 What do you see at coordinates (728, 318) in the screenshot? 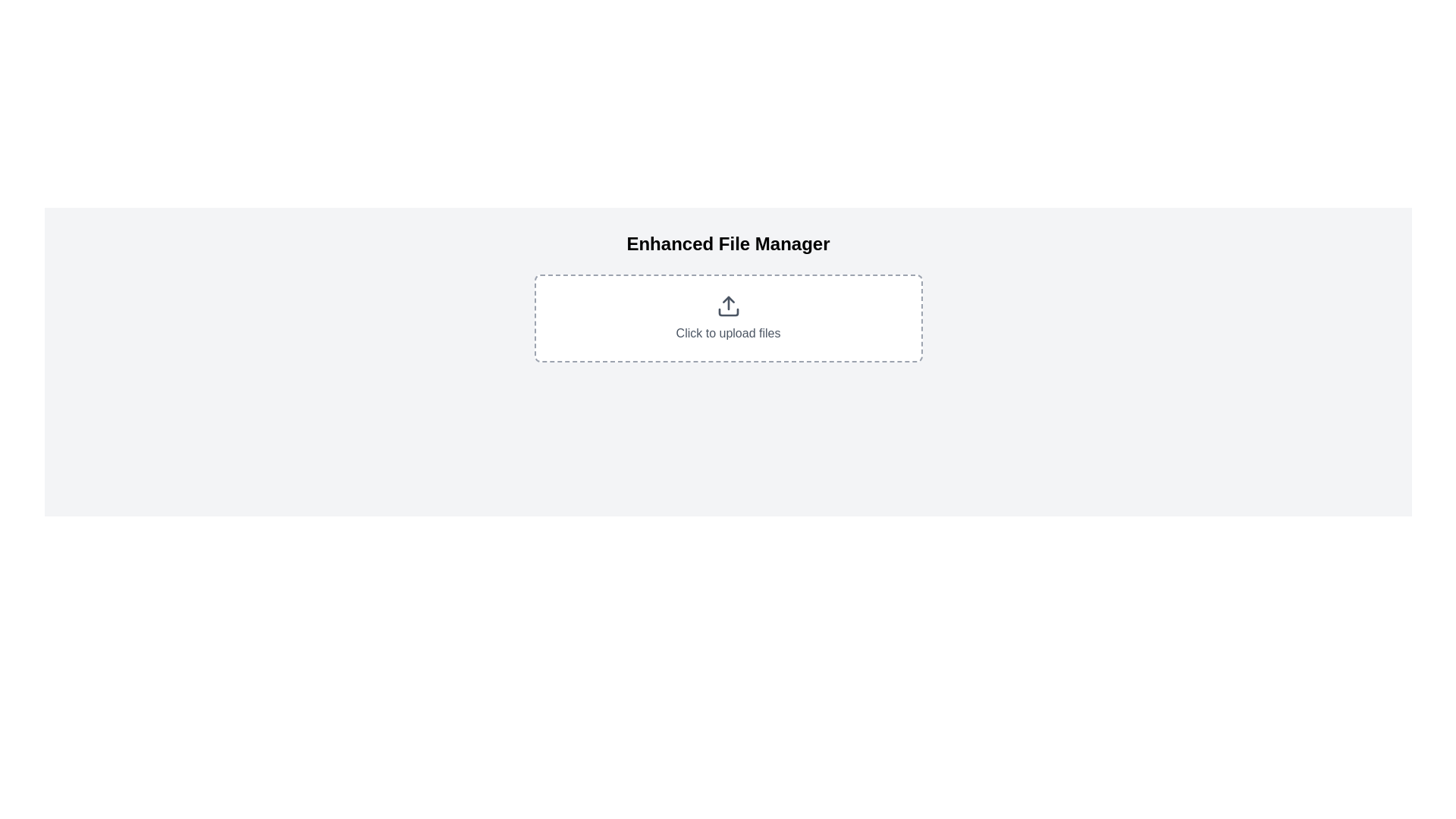
I see `the clickable file upload box located below the 'Enhanced File Manager' heading` at bounding box center [728, 318].